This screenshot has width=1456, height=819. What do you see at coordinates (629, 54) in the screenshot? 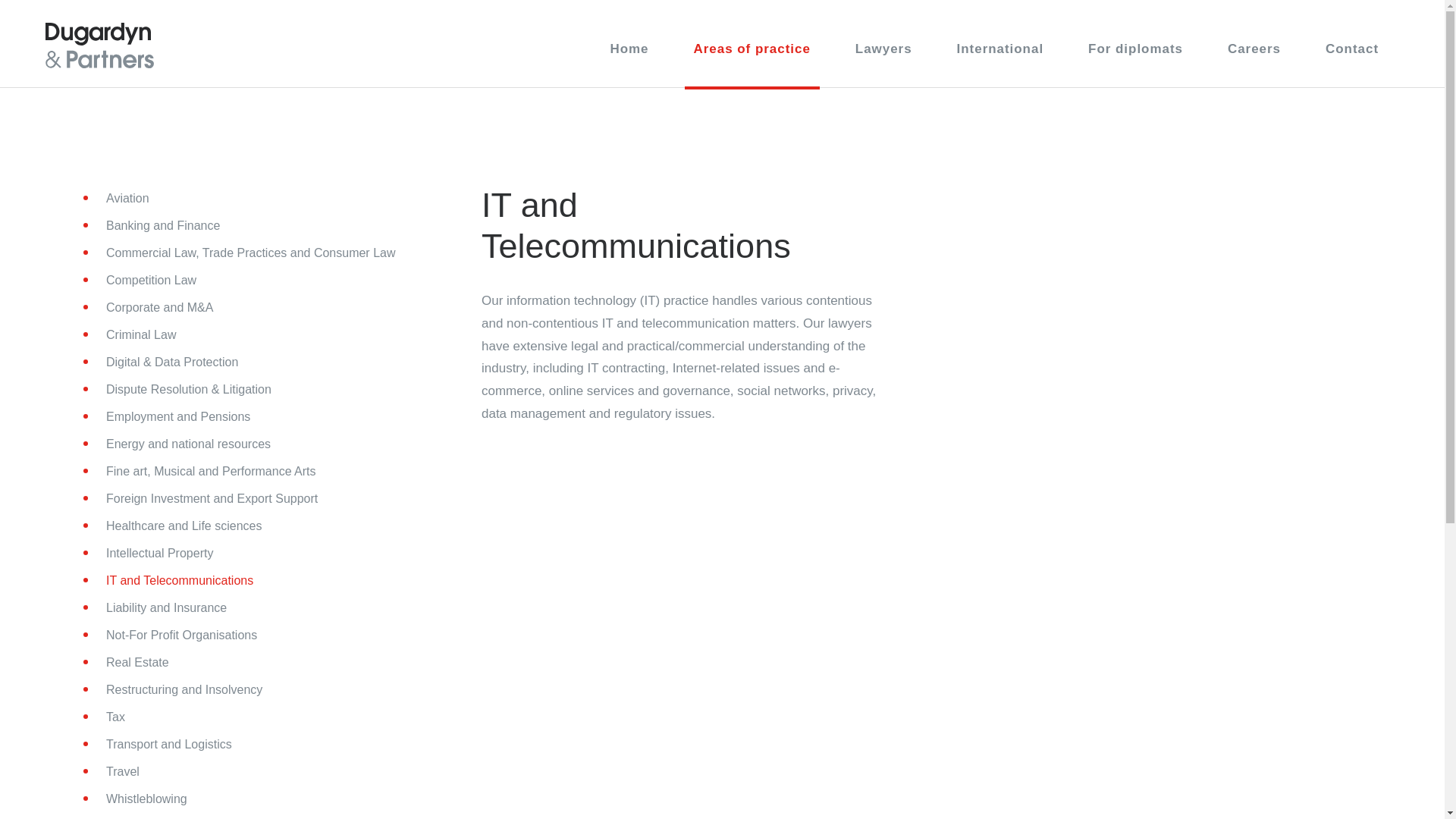
I see `'Home'` at bounding box center [629, 54].